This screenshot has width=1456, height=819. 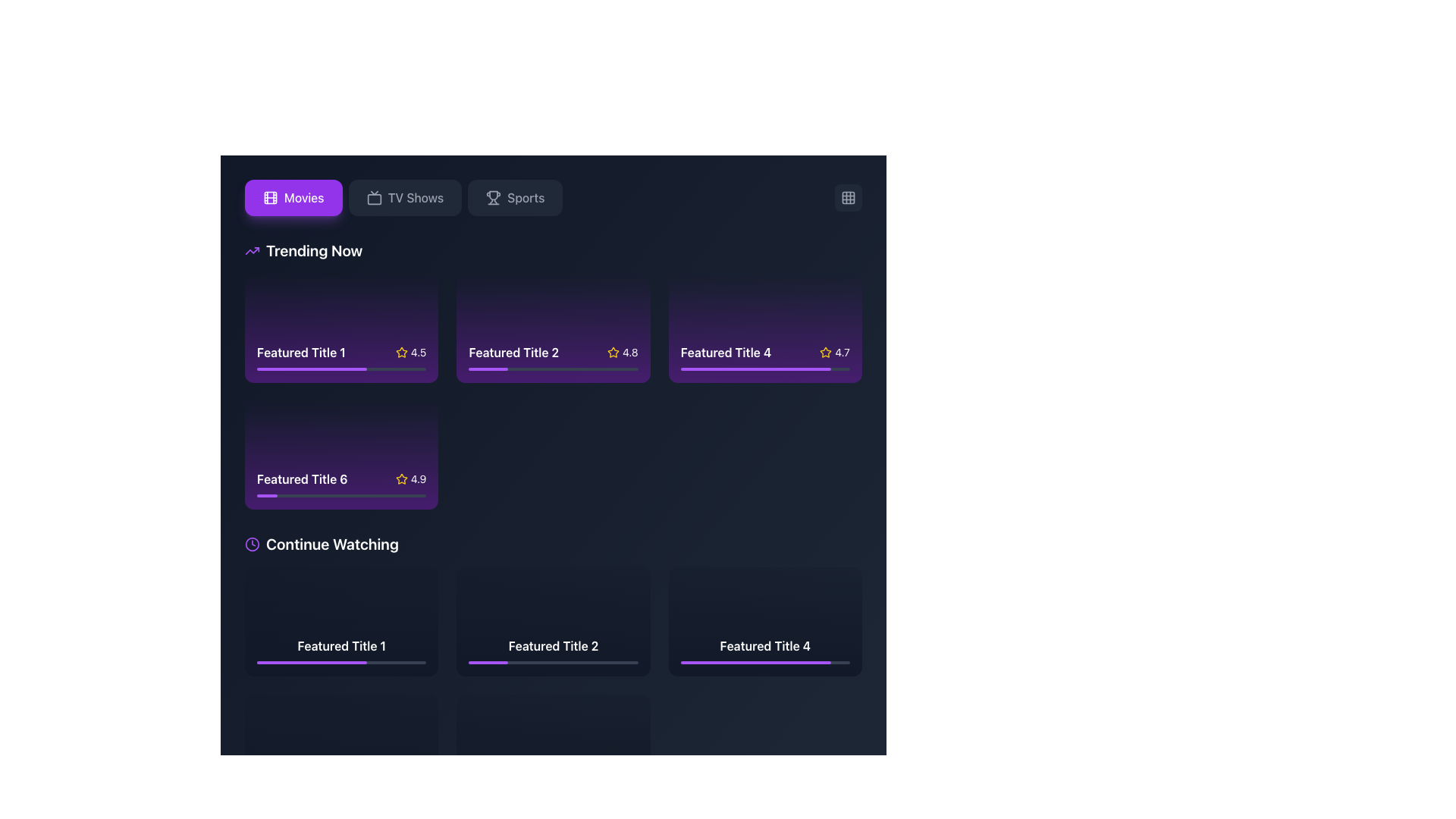 What do you see at coordinates (401, 479) in the screenshot?
I see `the non-interactive star icon graphic that represents the rating for 'Featured Title 6' located in the bottom-left card under the 'Trending Now' section` at bounding box center [401, 479].